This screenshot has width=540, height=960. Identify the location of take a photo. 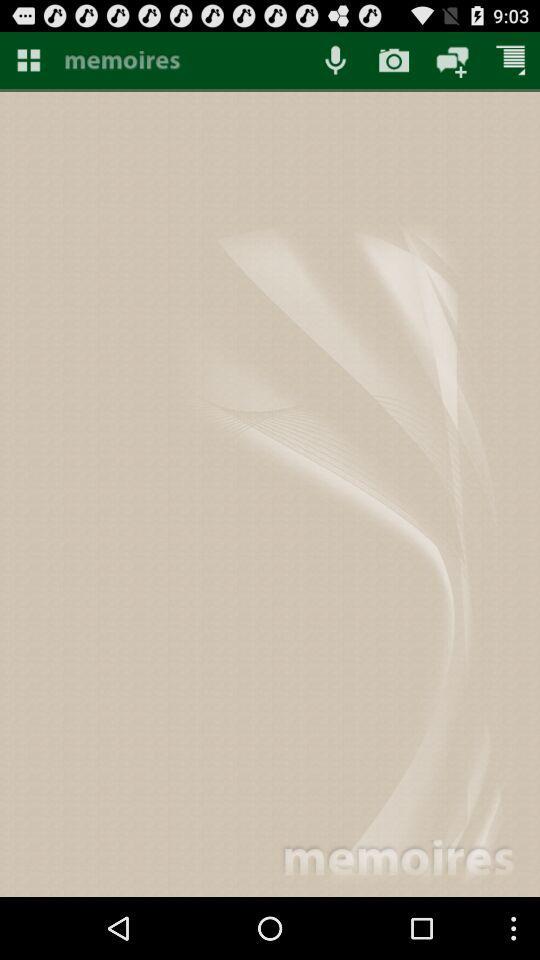
(394, 59).